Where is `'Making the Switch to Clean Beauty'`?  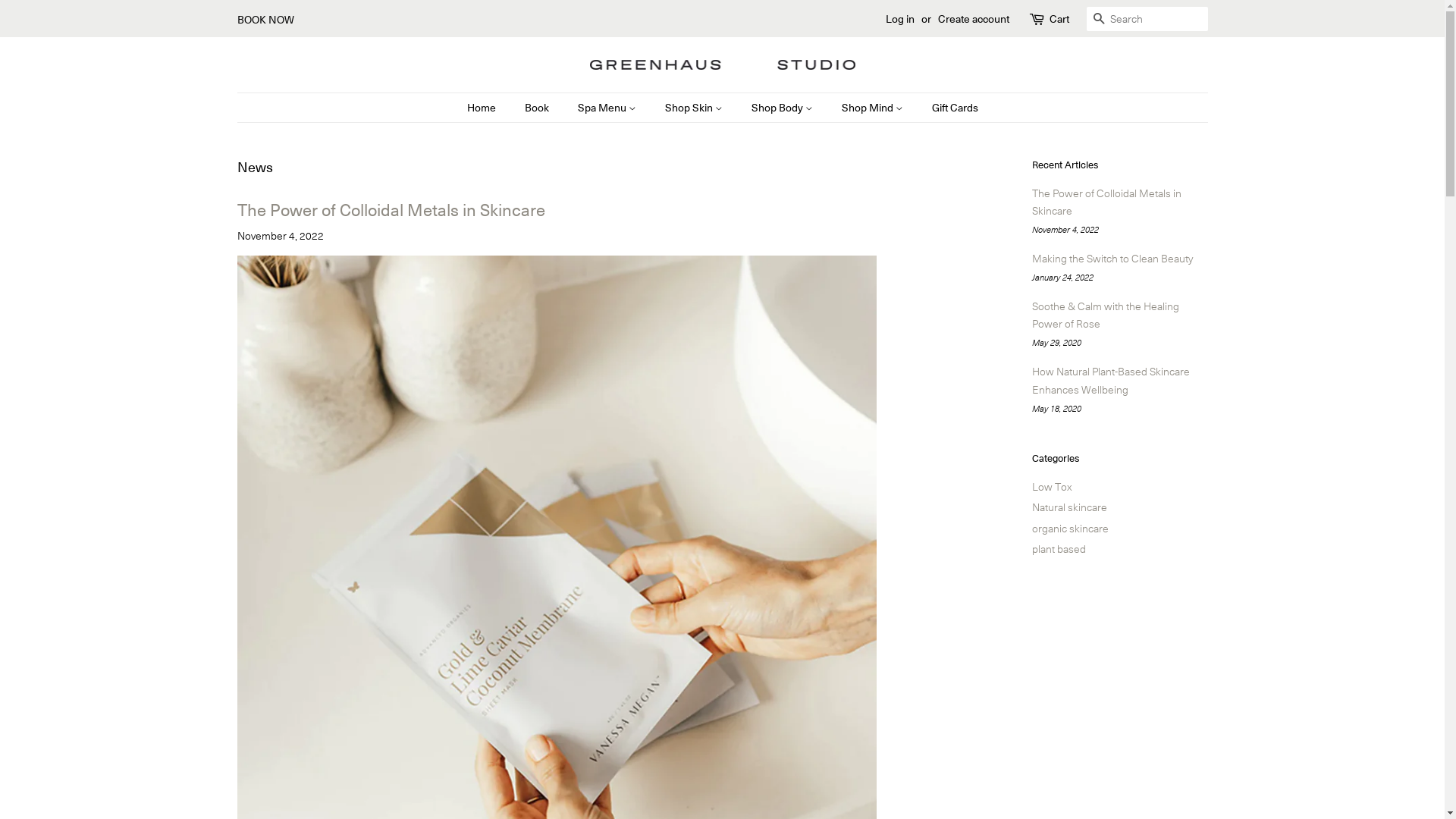 'Making the Switch to Clean Beauty' is located at coordinates (1111, 256).